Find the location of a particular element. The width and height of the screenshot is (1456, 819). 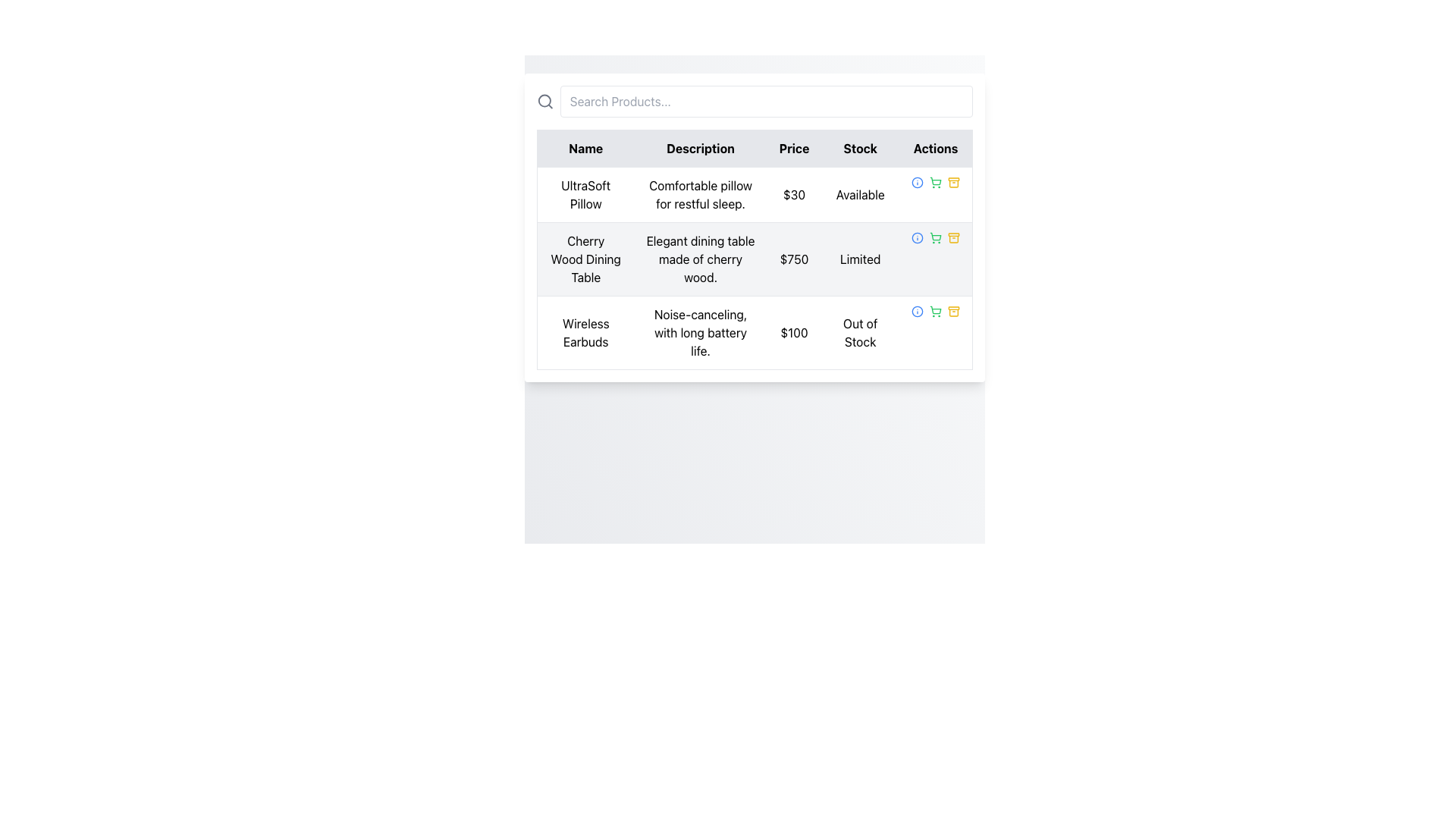

the 'Out of Stock' text element, which is displayed in bold, black font and is part of the last row in the table under the 'Stock' column is located at coordinates (860, 332).